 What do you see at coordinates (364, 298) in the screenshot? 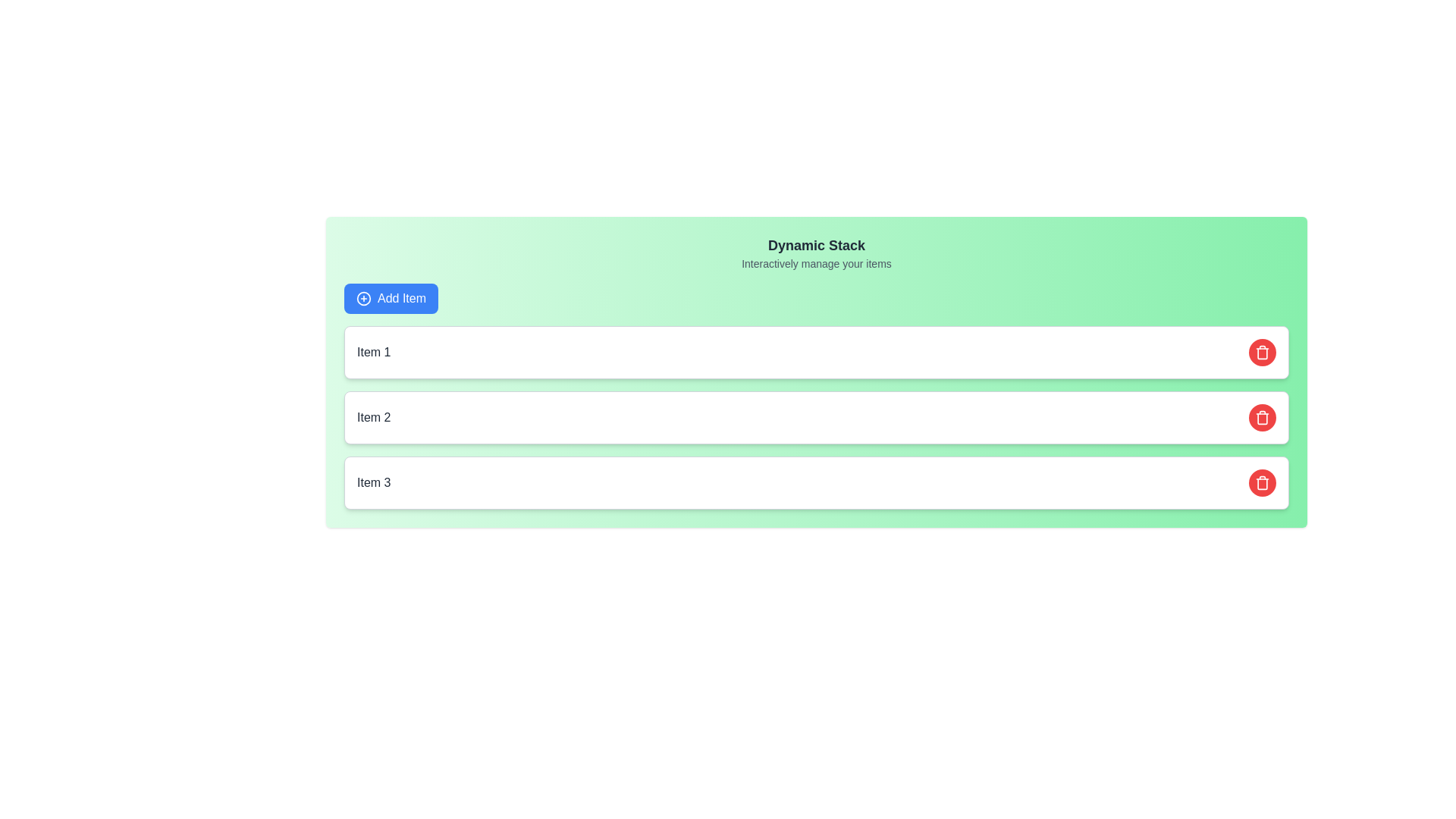
I see `the icon that visually represents the action of adding a new item, located within the 'Add Item' button at the top-left corner of the interface` at bounding box center [364, 298].